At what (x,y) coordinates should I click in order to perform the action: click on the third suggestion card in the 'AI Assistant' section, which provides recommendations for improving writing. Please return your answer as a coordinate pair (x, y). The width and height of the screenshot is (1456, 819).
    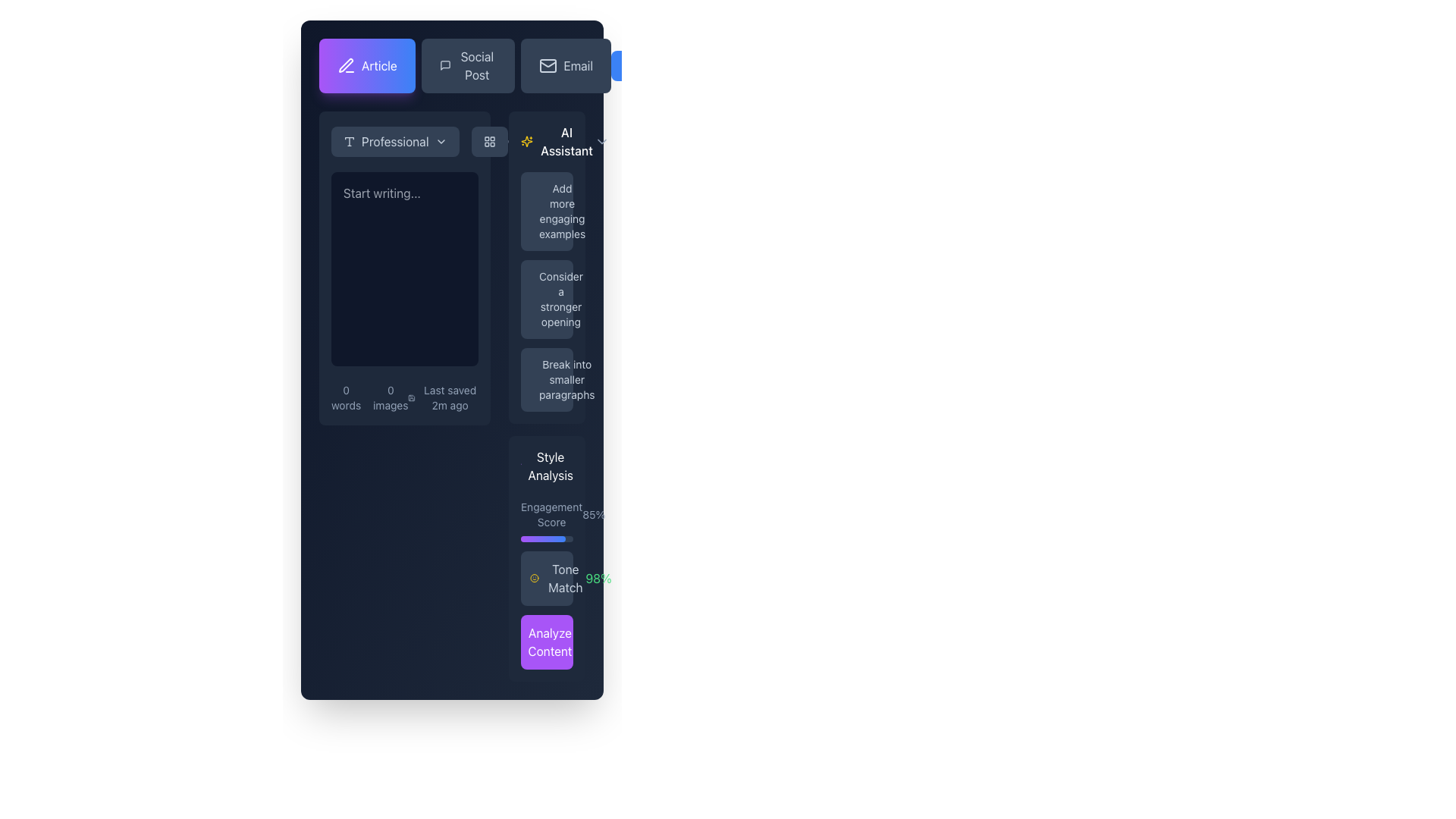
    Looking at the image, I should click on (546, 379).